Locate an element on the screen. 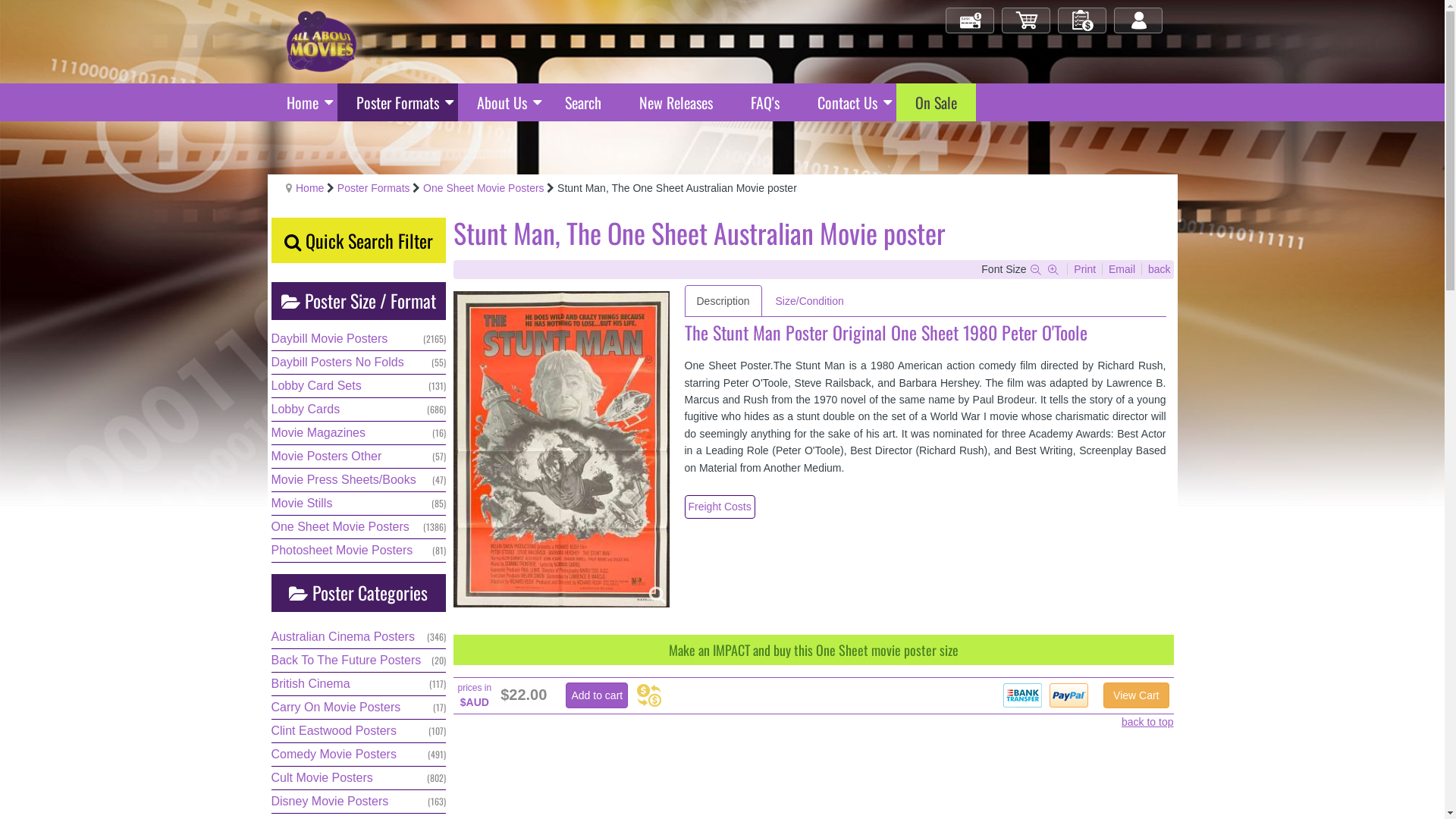 This screenshot has height=819, width=1456. 'Movie Stills is located at coordinates (358, 503).